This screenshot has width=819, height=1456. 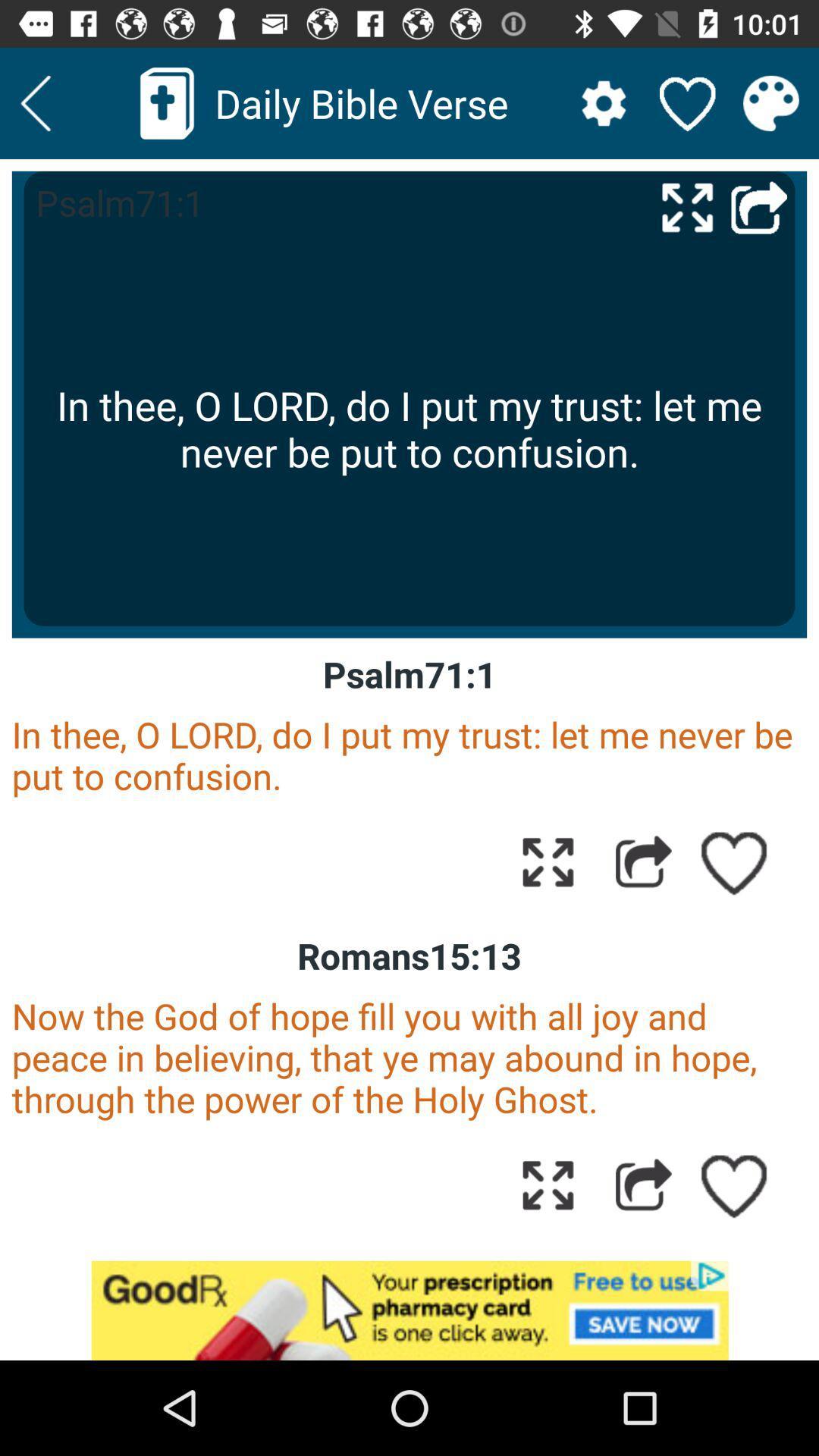 I want to click on go back, so click(x=759, y=206).